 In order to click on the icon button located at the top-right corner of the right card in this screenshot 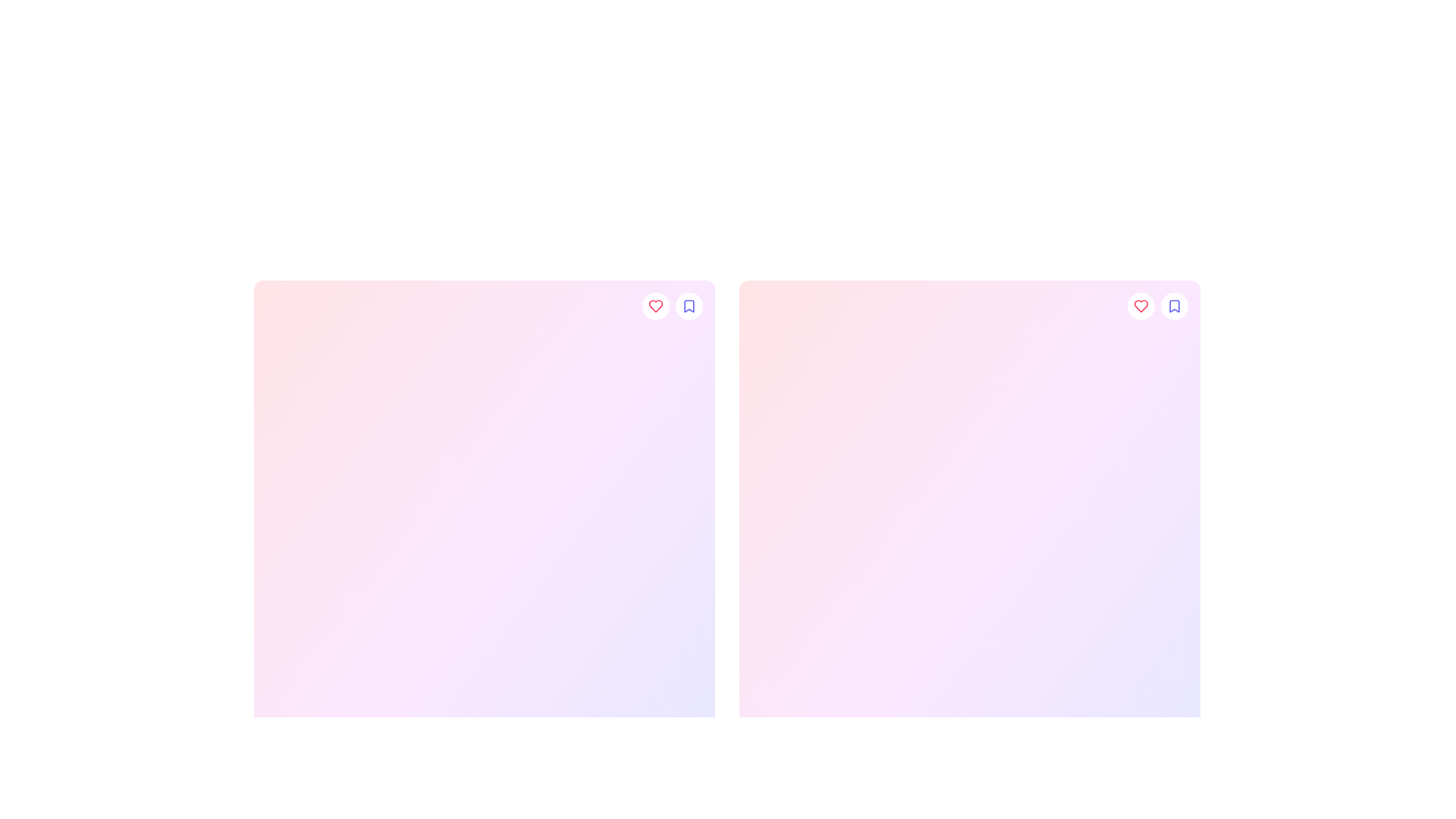, I will do `click(1174, 306)`.